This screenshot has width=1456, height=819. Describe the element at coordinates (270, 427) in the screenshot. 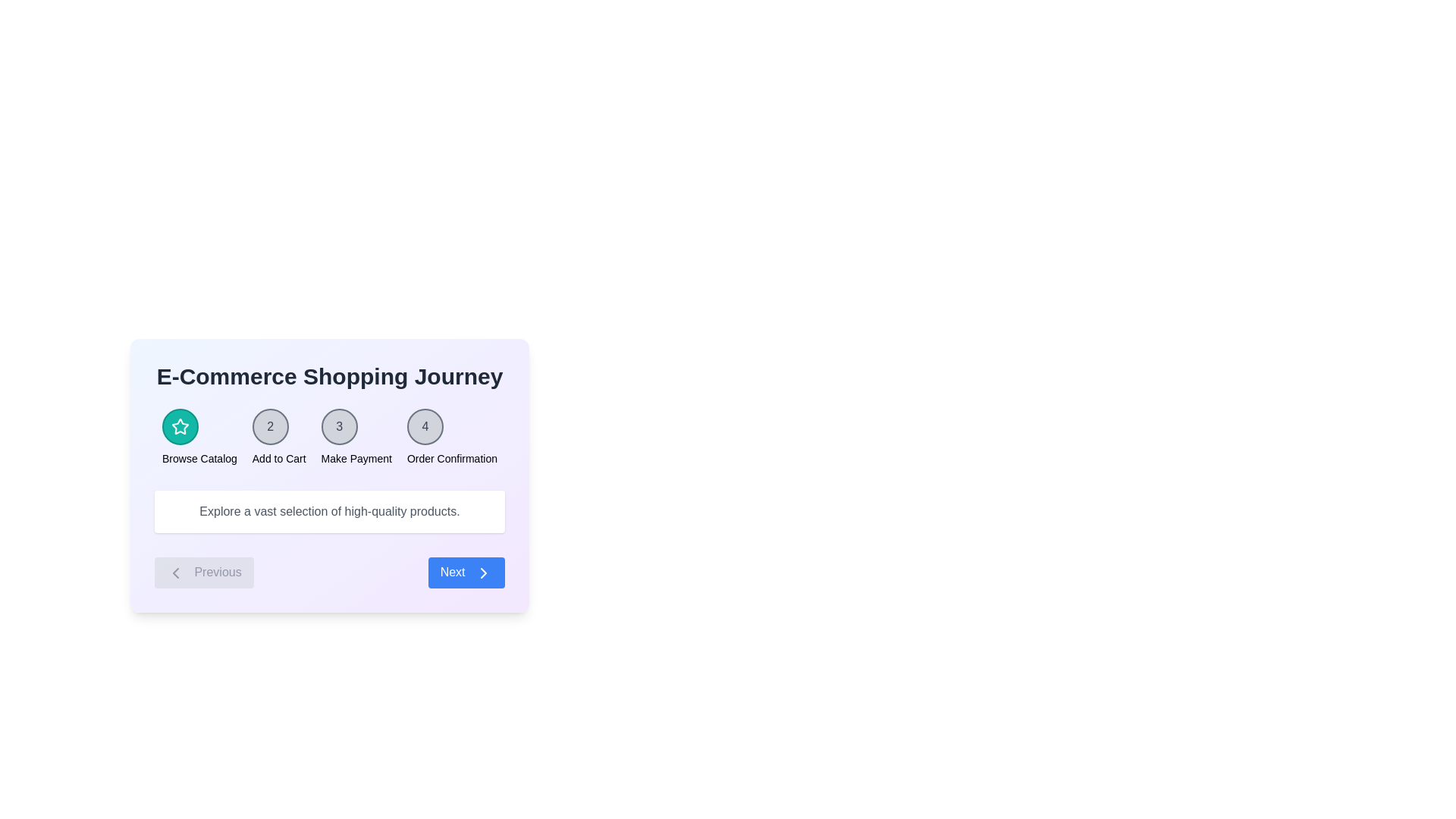

I see `the second circular button in the multi-step e-commerce process` at that location.